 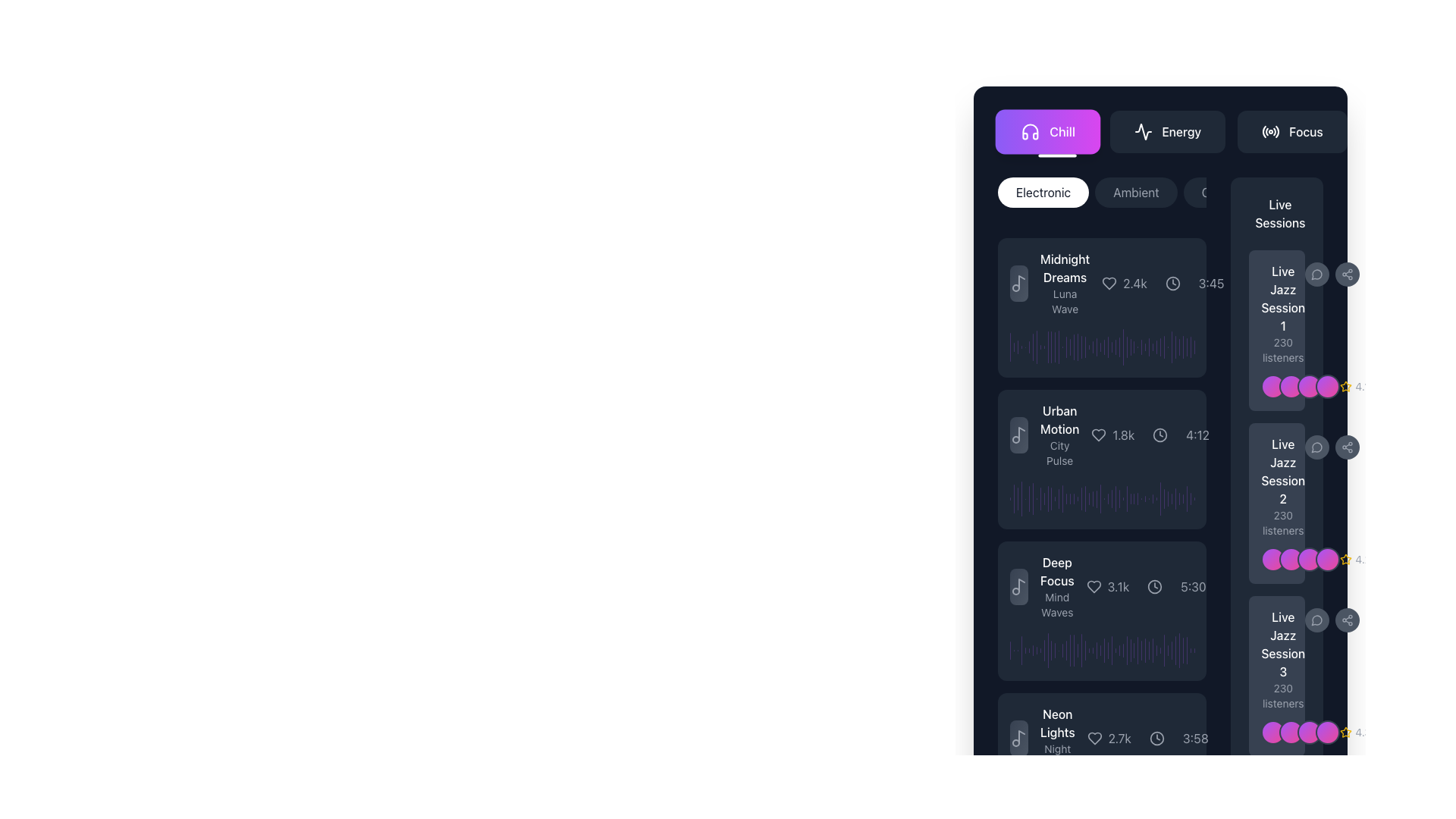 I want to click on the circular decorative icon located near the duration '5:30' of the song 'Deep Focus', which is styled with a light-colored stroke and has a hollow center, so click(x=1154, y=586).